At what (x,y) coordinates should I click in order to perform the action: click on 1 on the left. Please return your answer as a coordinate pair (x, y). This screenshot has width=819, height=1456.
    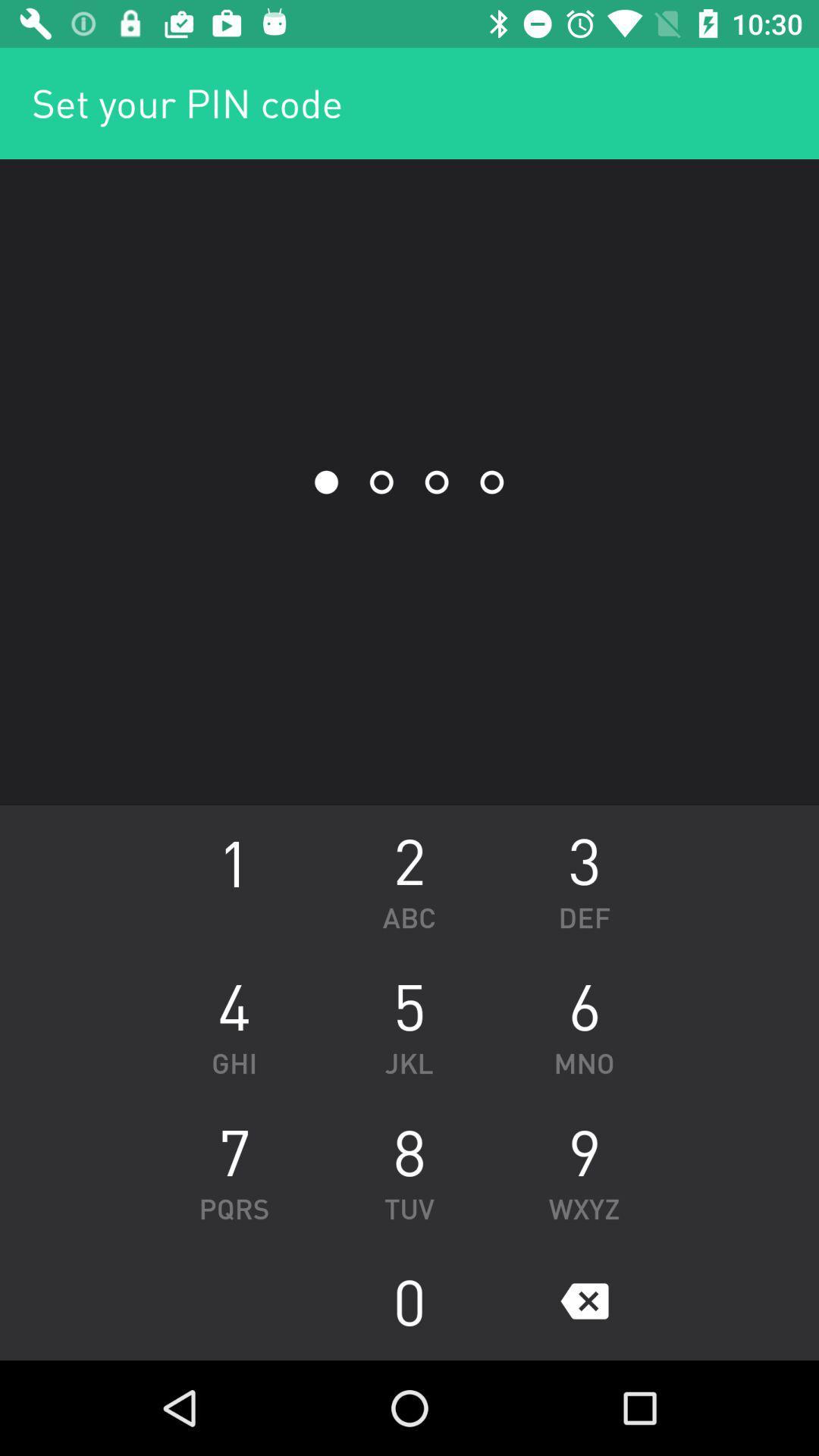
    Looking at the image, I should click on (234, 877).